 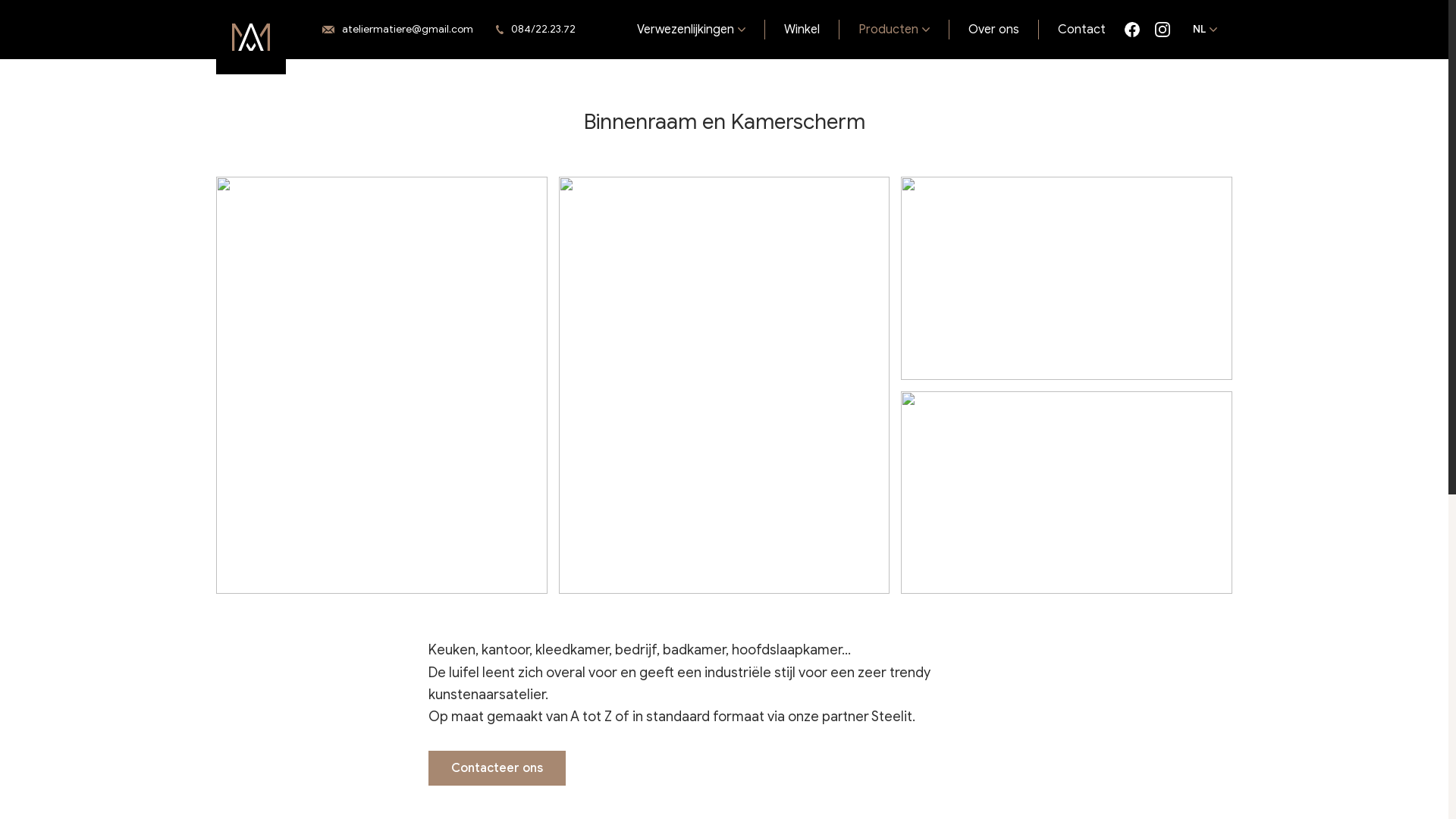 I want to click on 'Contacteer ons', so click(x=497, y=768).